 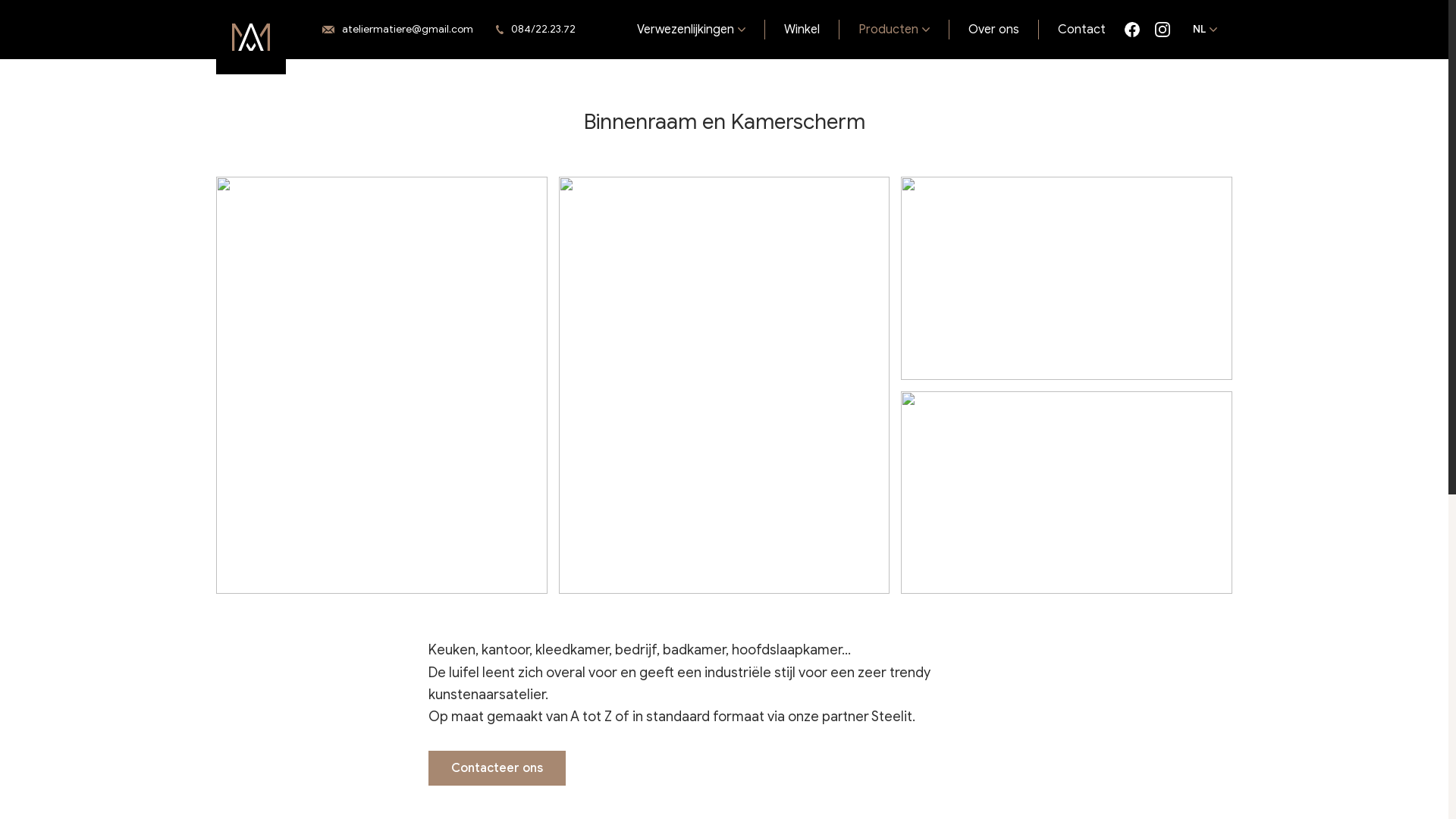 I want to click on 'Contacteer ons', so click(x=497, y=768).